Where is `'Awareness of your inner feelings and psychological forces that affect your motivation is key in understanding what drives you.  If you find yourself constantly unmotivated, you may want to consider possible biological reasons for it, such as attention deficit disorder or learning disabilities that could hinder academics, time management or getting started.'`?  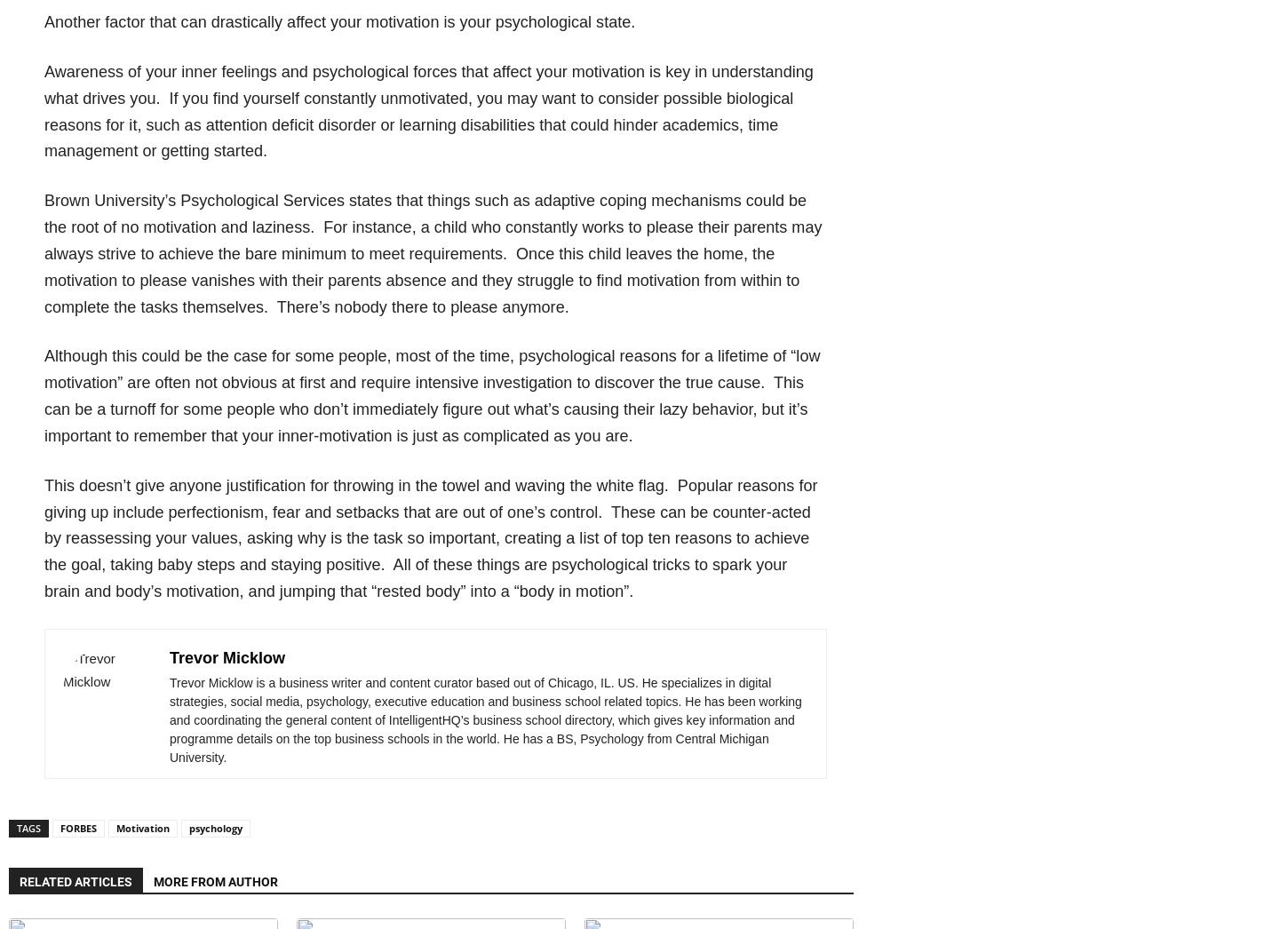 'Awareness of your inner feelings and psychological forces that affect your motivation is key in understanding what drives you.  If you find yourself constantly unmotivated, you may want to consider possible biological reasons for it, such as attention deficit disorder or learning disabilities that could hinder academics, time management or getting started.' is located at coordinates (427, 109).